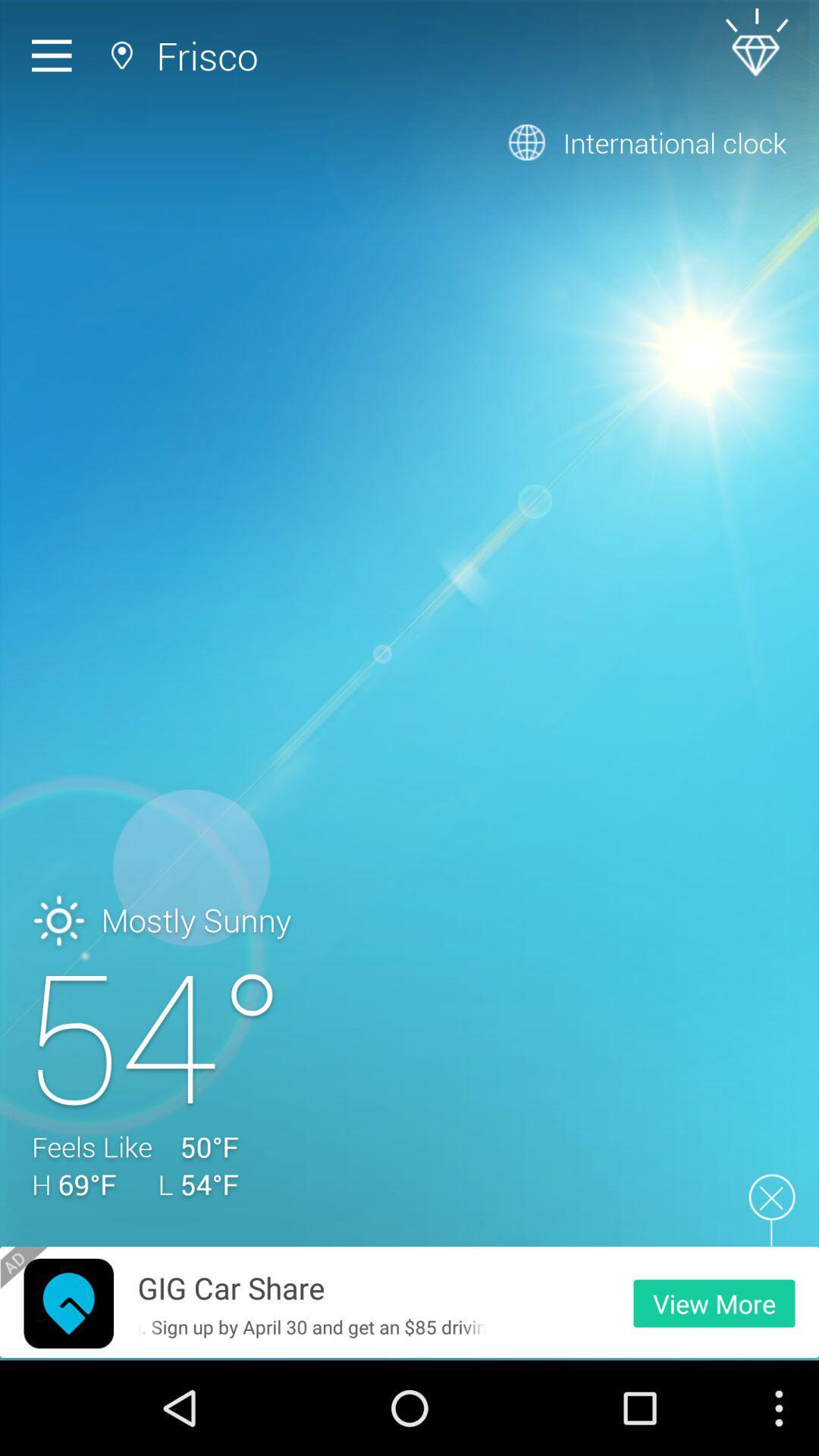 Image resolution: width=819 pixels, height=1456 pixels. I want to click on the menu icon, so click(55, 59).